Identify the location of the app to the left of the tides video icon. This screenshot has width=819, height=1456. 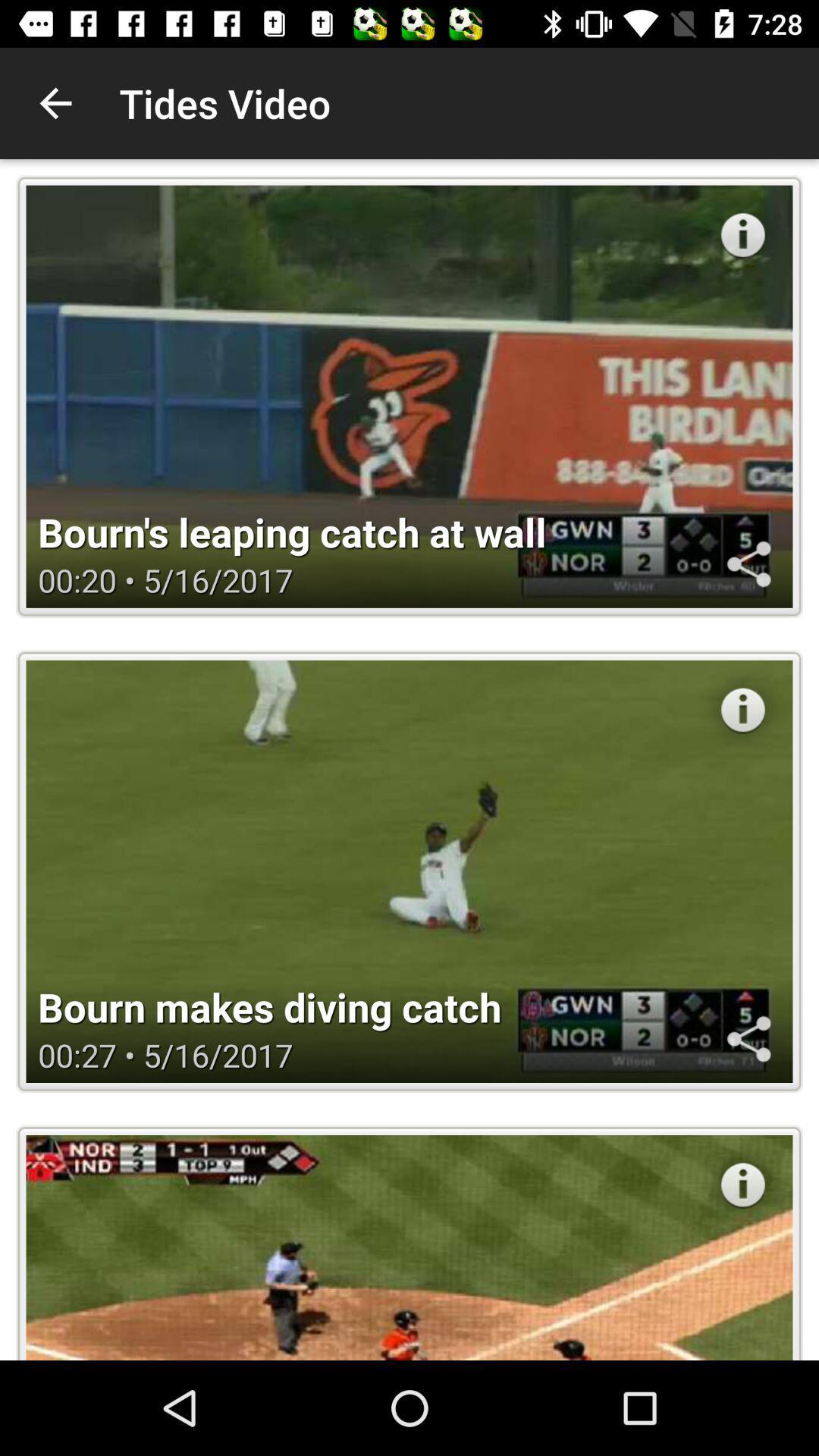
(55, 102).